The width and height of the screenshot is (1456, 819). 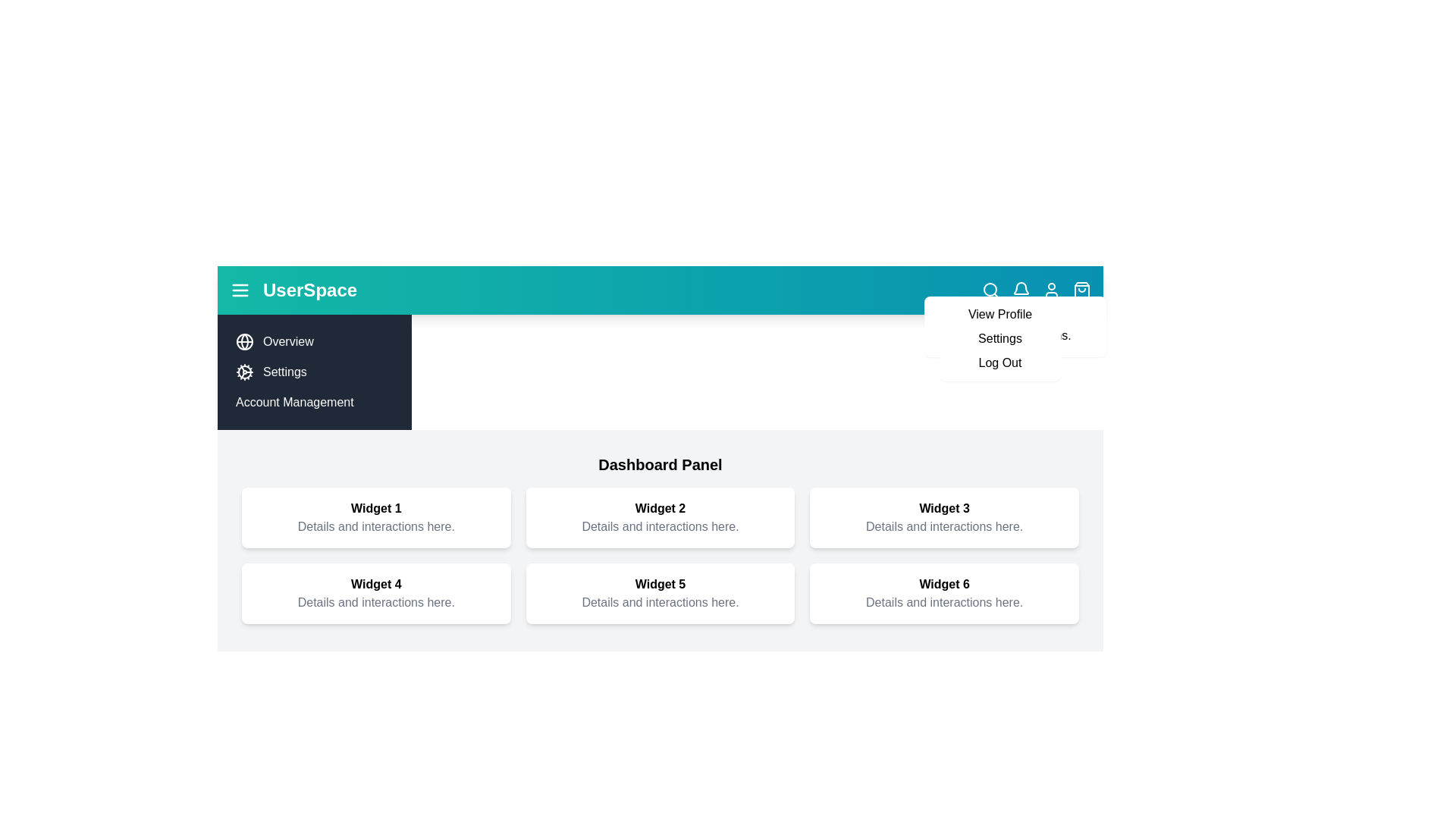 I want to click on the Text button that serves as a clickable option, so click(x=1000, y=314).